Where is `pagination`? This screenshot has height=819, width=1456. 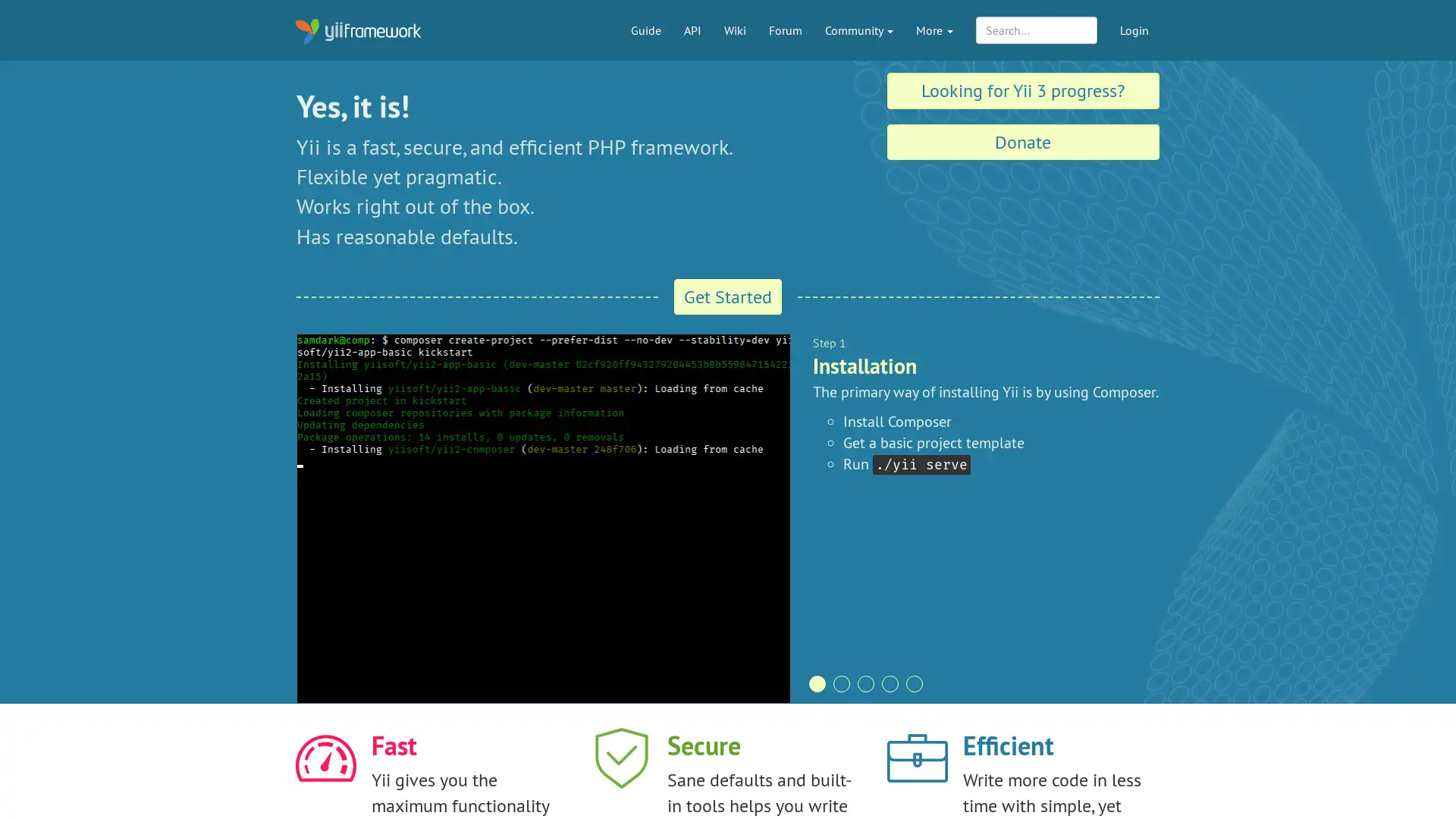 pagination is located at coordinates (913, 684).